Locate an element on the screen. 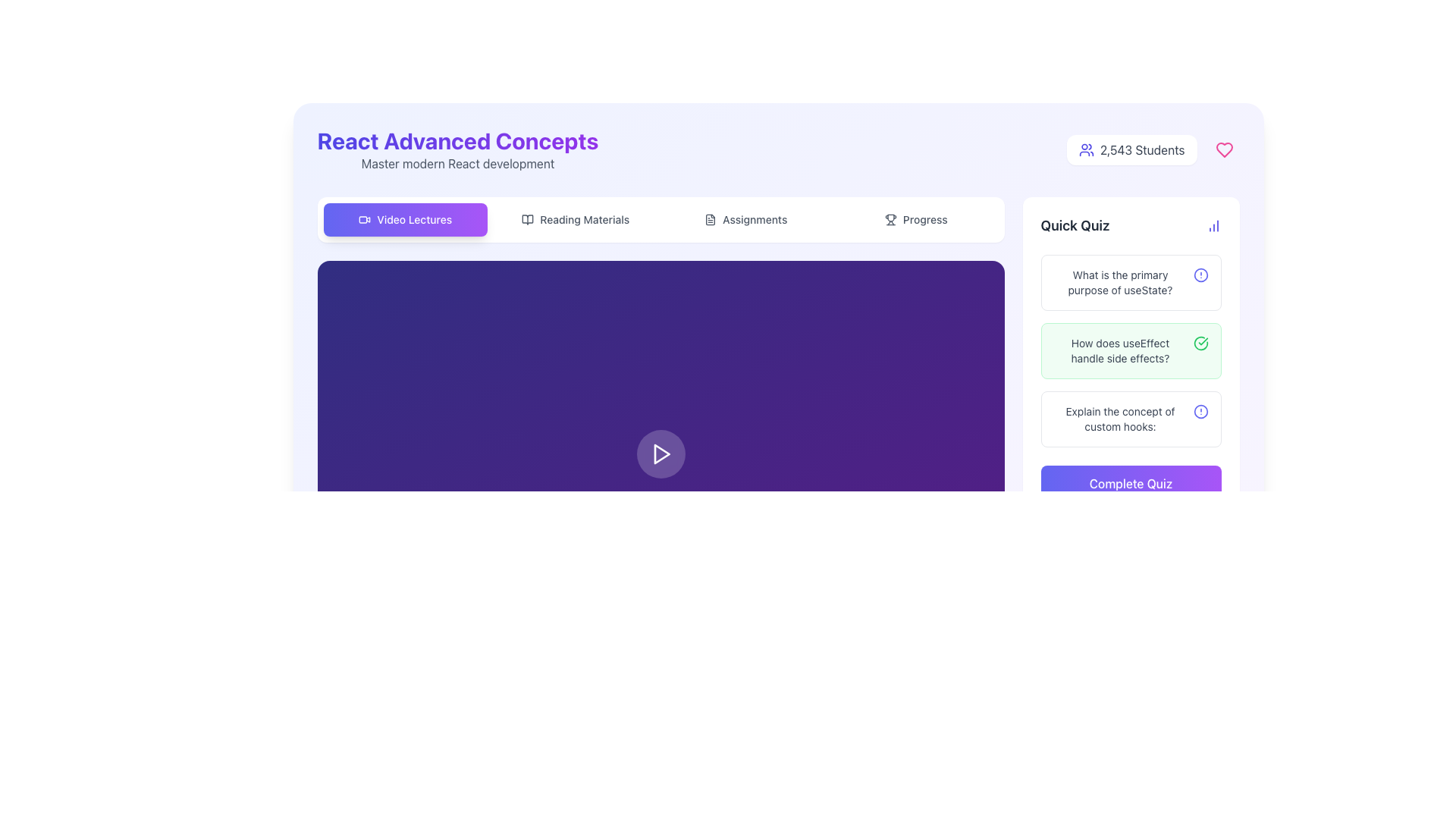  the prompt text introducing the topic 'useState' in the Quick Quiz section is located at coordinates (1131, 283).